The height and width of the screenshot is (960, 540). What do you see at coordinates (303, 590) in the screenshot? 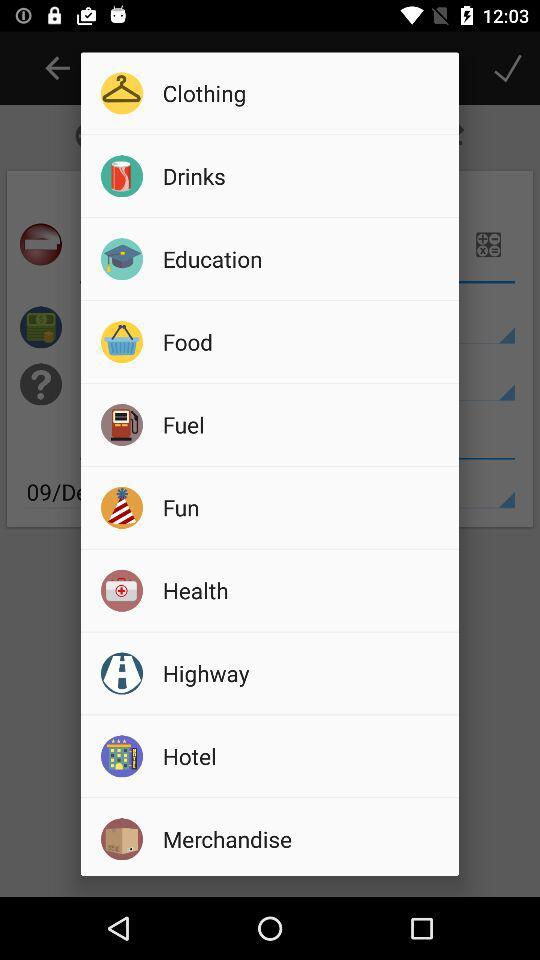
I see `health` at bounding box center [303, 590].